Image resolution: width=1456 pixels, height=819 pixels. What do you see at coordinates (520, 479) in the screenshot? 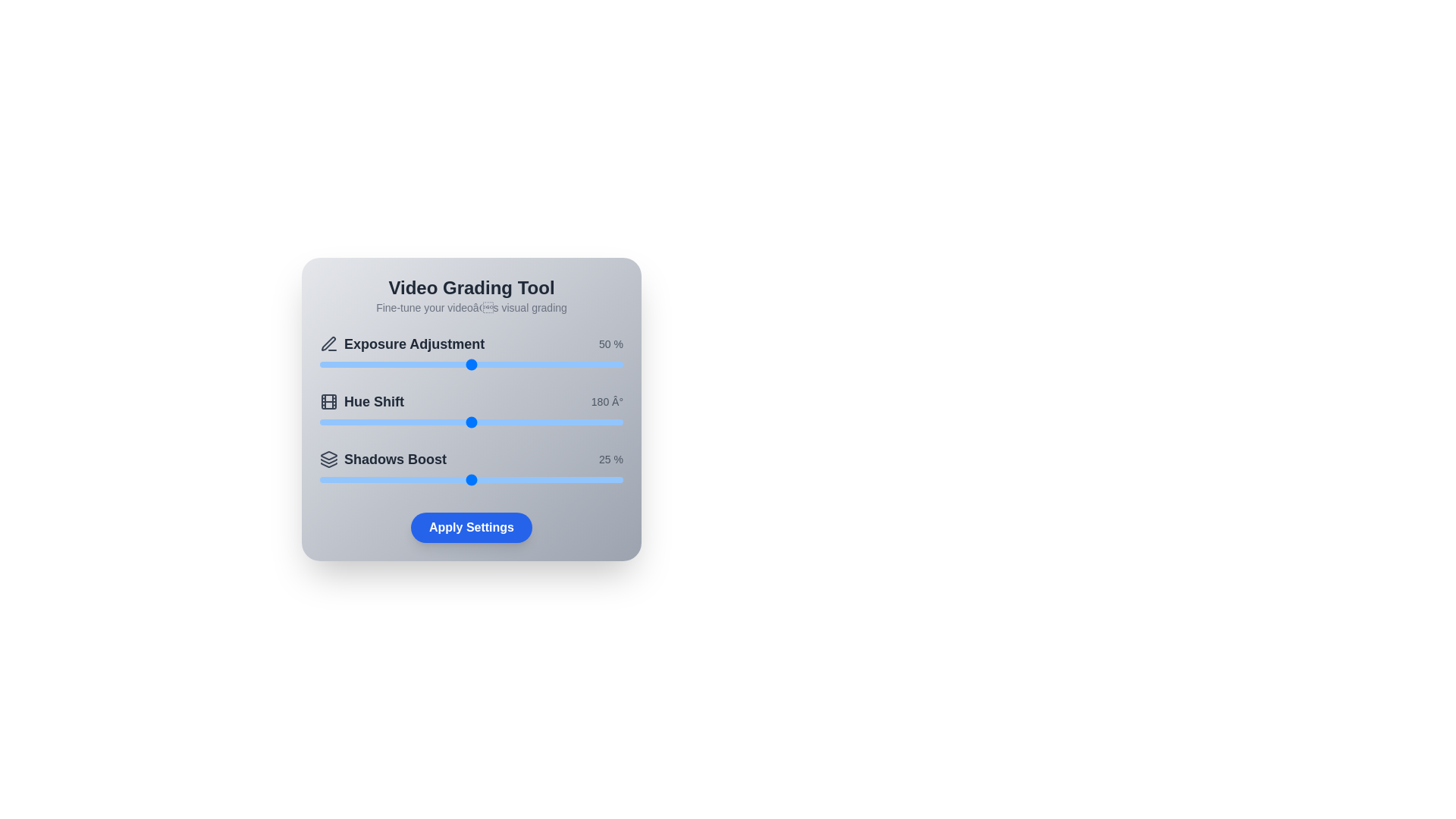
I see `the 'Shadows Boost' slider` at bounding box center [520, 479].